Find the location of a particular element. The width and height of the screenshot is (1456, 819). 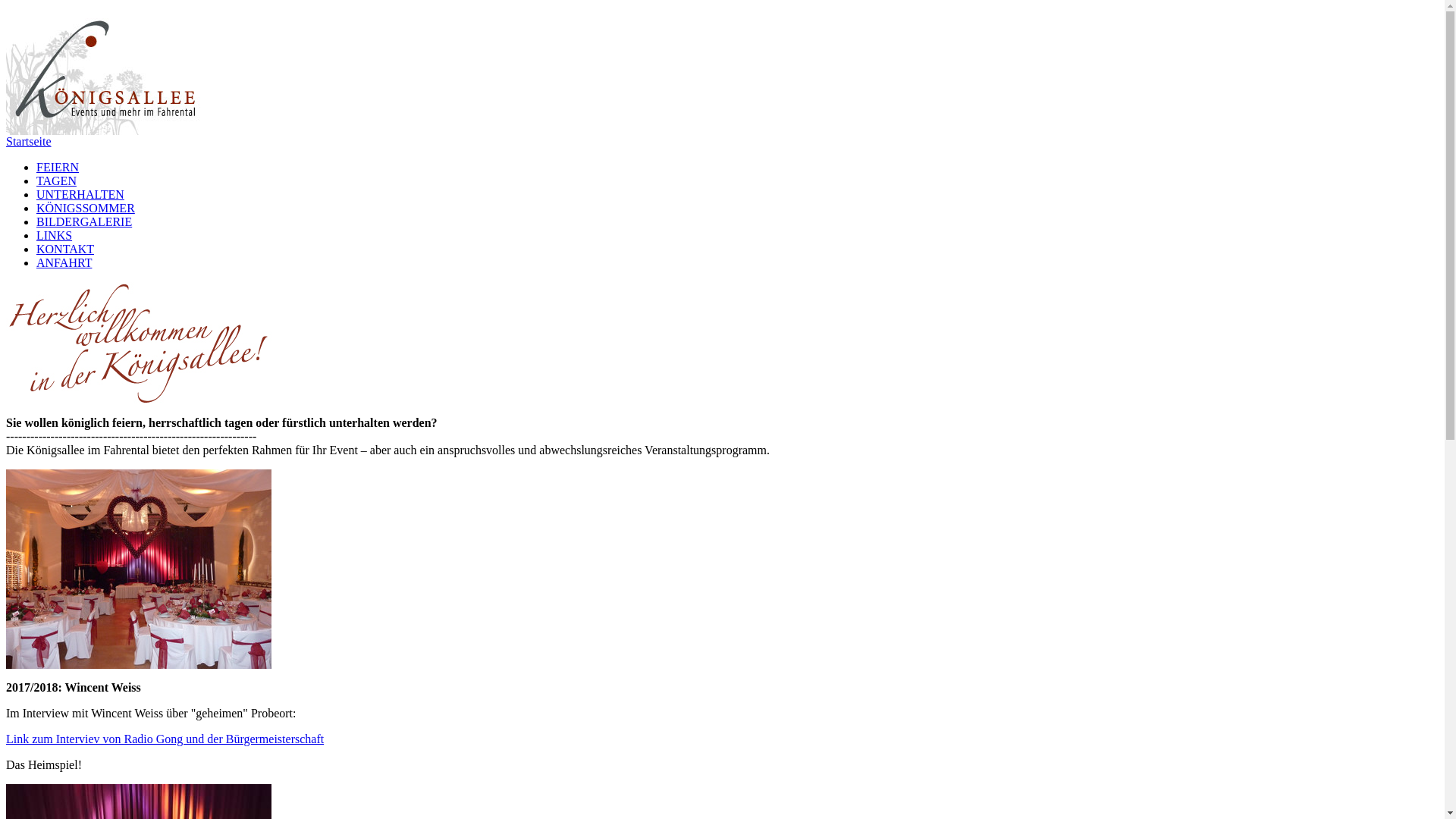

'FEIERN' is located at coordinates (58, 167).